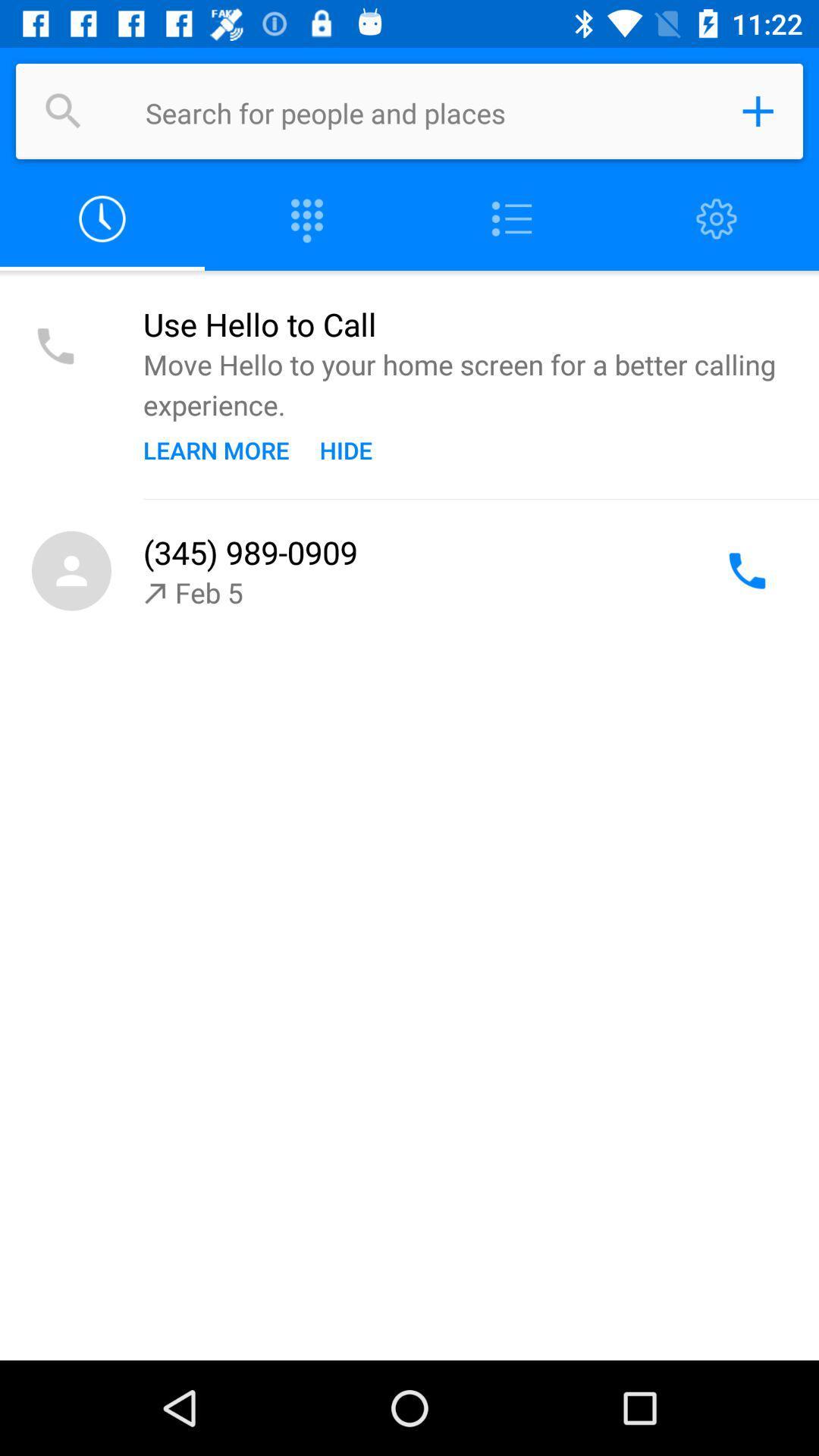 The width and height of the screenshot is (819, 1456). I want to click on show the current time, so click(102, 218).